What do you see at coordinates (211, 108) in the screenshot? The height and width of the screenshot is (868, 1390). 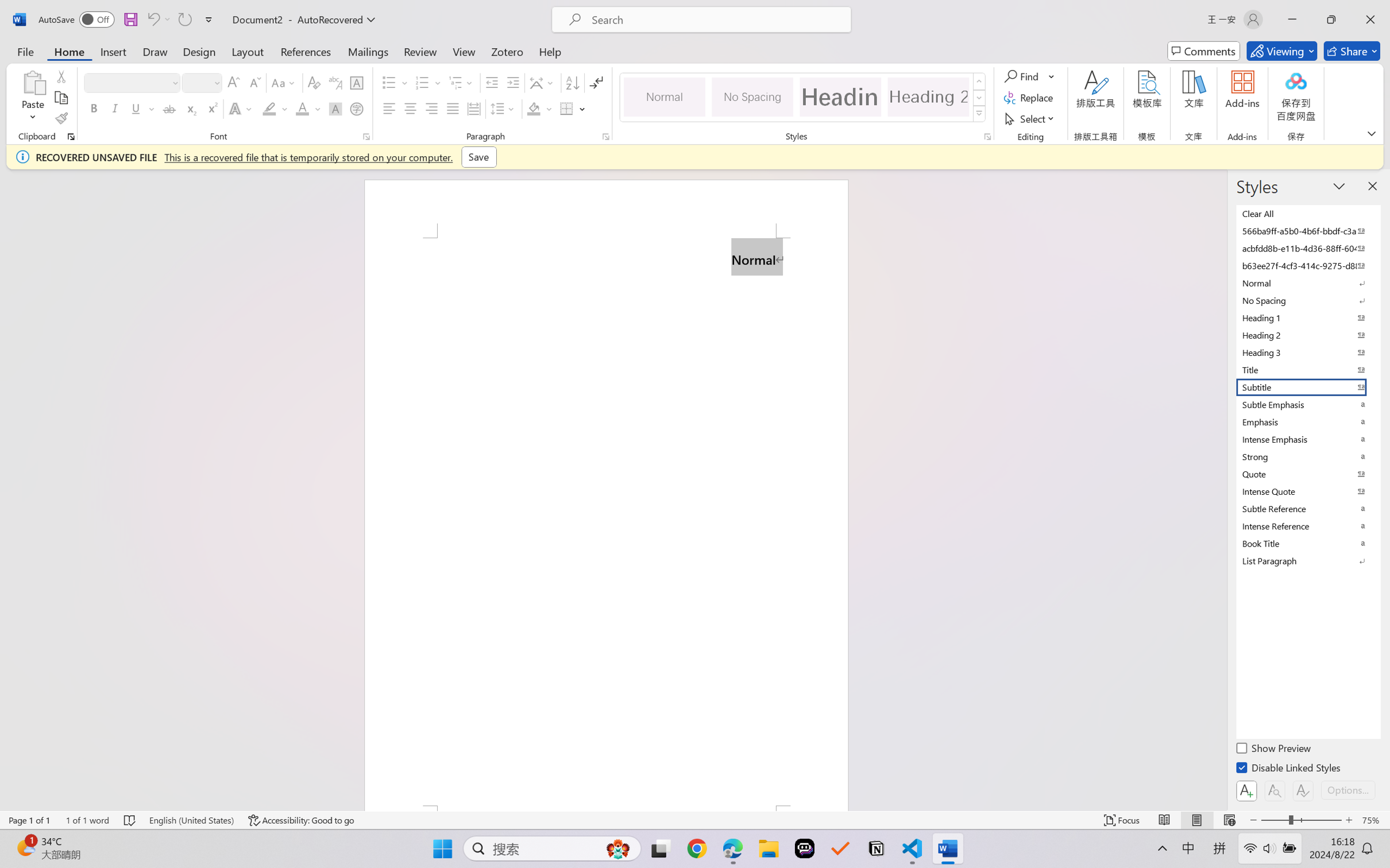 I see `'Superscript'` at bounding box center [211, 108].